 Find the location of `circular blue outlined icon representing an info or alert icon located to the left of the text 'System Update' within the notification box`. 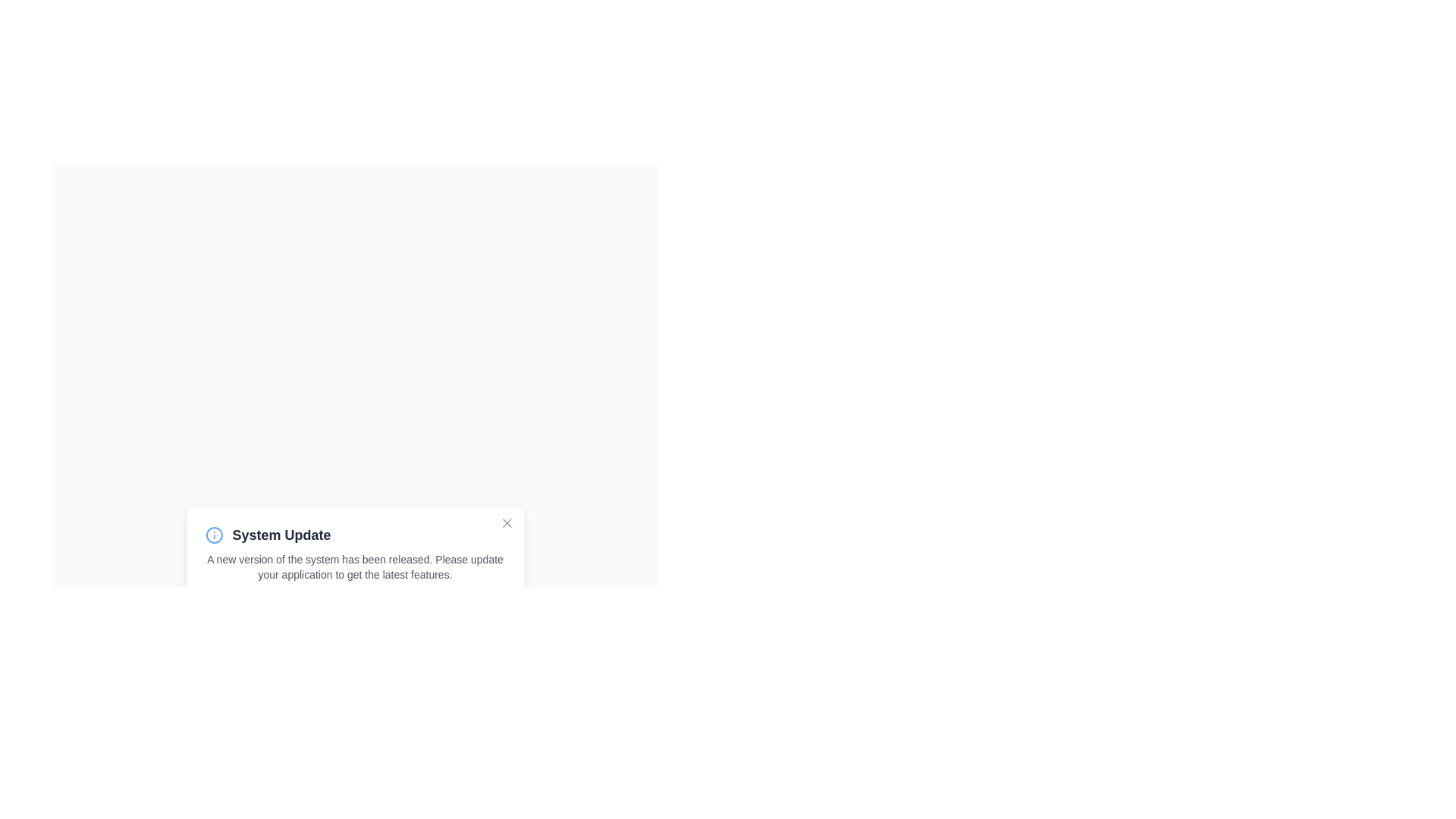

circular blue outlined icon representing an info or alert icon located to the left of the text 'System Update' within the notification box is located at coordinates (213, 534).